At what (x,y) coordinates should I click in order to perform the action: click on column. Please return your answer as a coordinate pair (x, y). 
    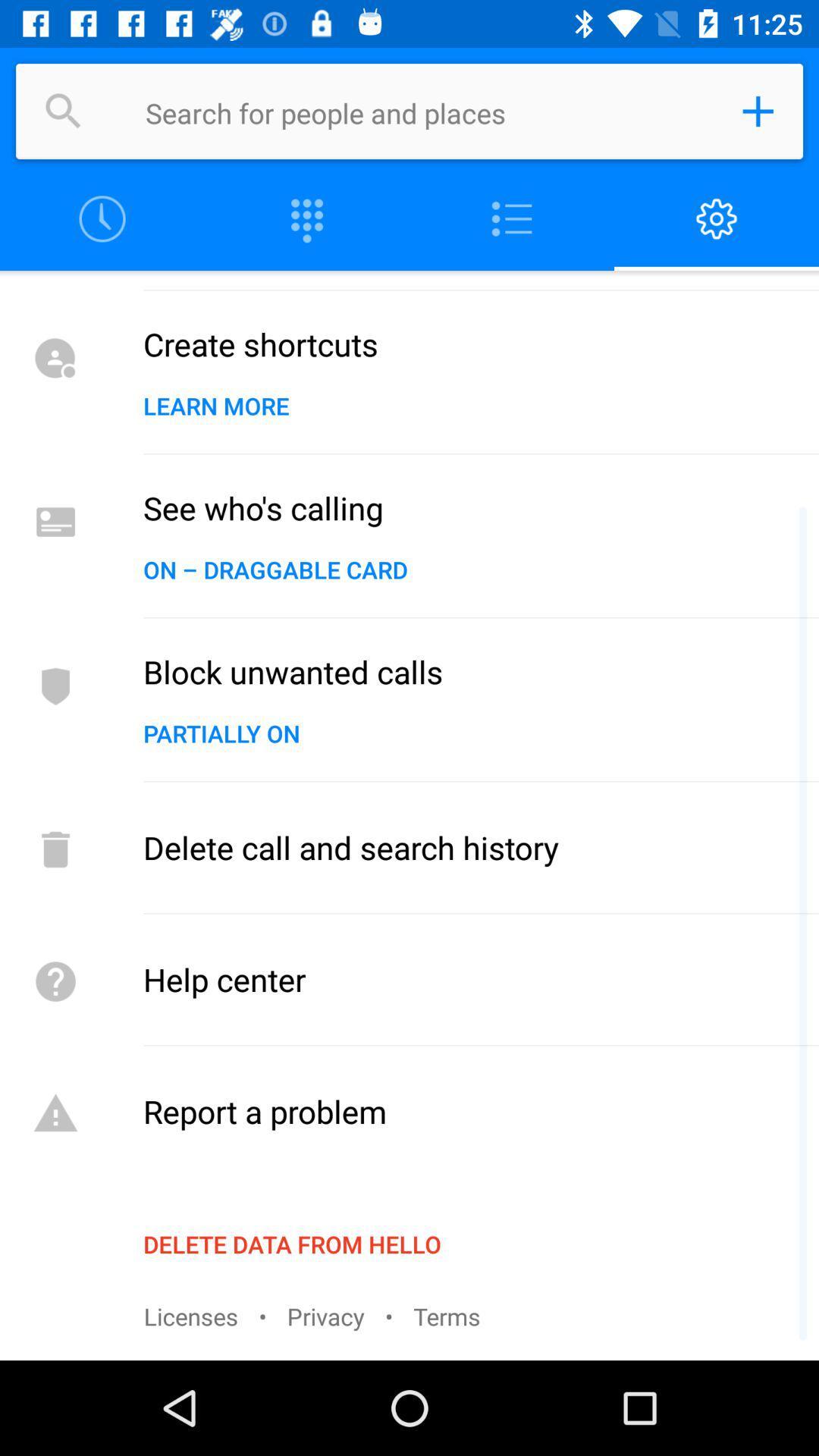
    Looking at the image, I should click on (307, 218).